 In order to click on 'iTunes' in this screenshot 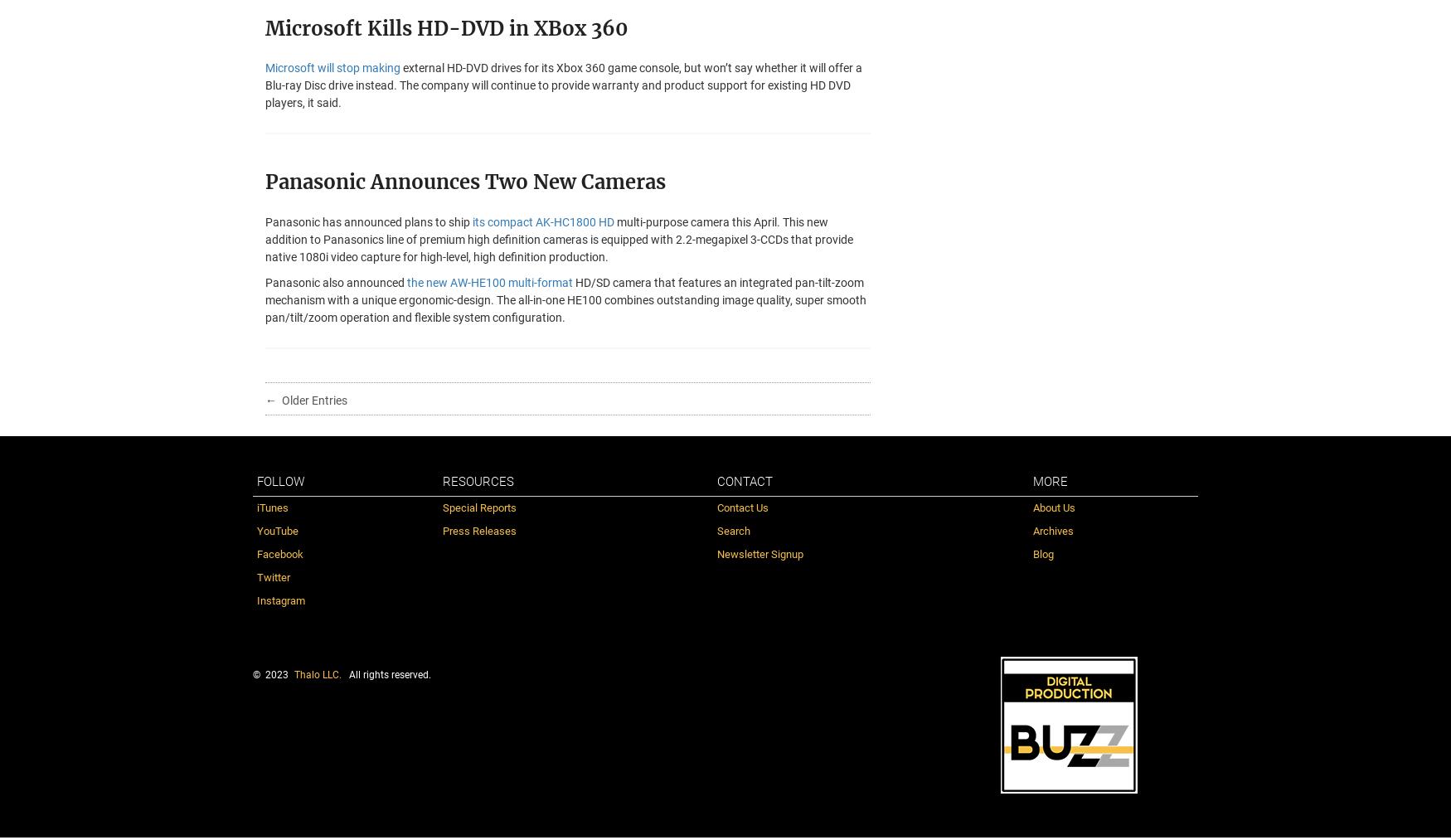, I will do `click(273, 506)`.